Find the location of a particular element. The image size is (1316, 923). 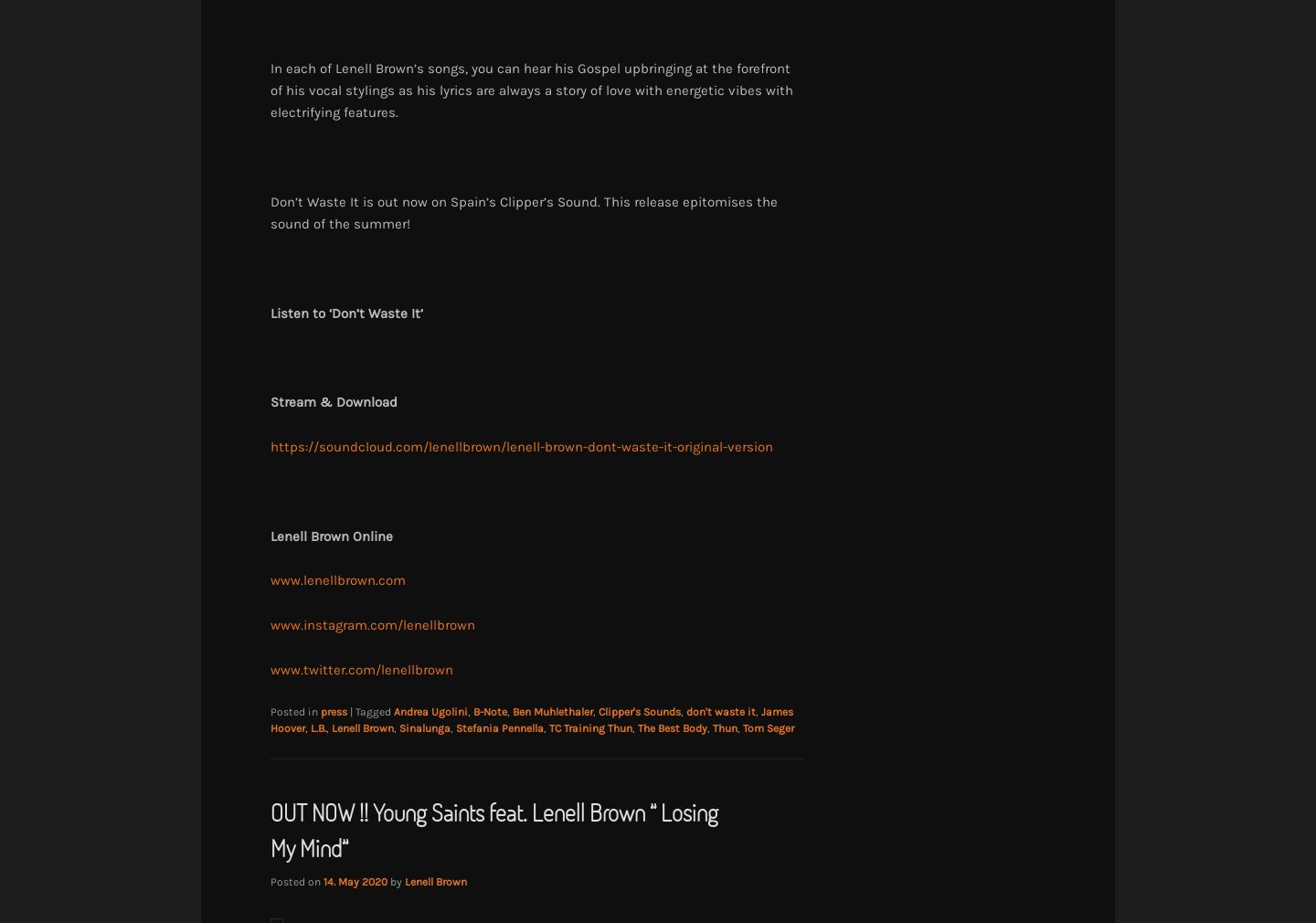

'14. May 2020' is located at coordinates (354, 881).